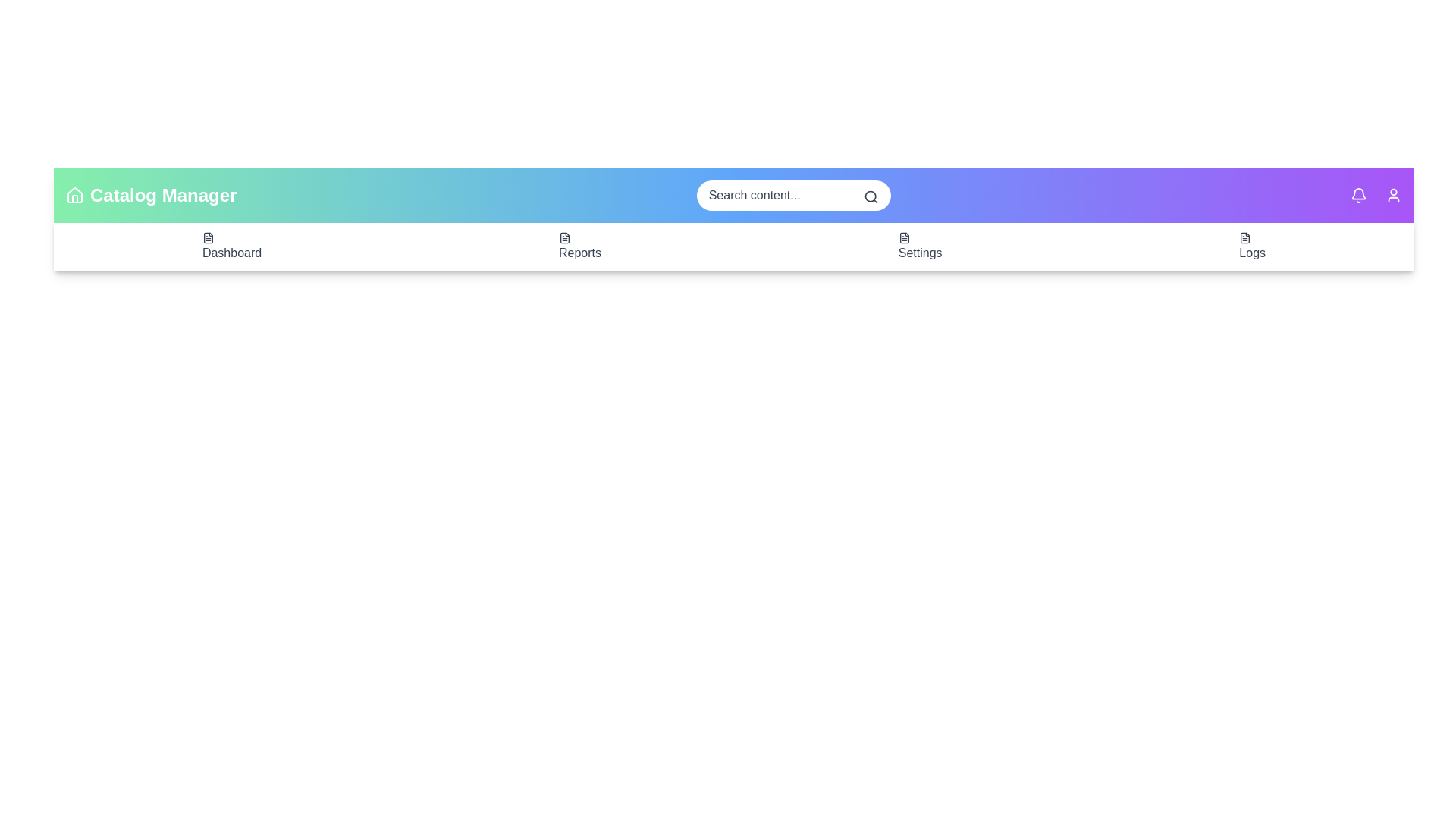 The height and width of the screenshot is (819, 1456). What do you see at coordinates (1252, 246) in the screenshot?
I see `'Logs' menu item to view logs` at bounding box center [1252, 246].